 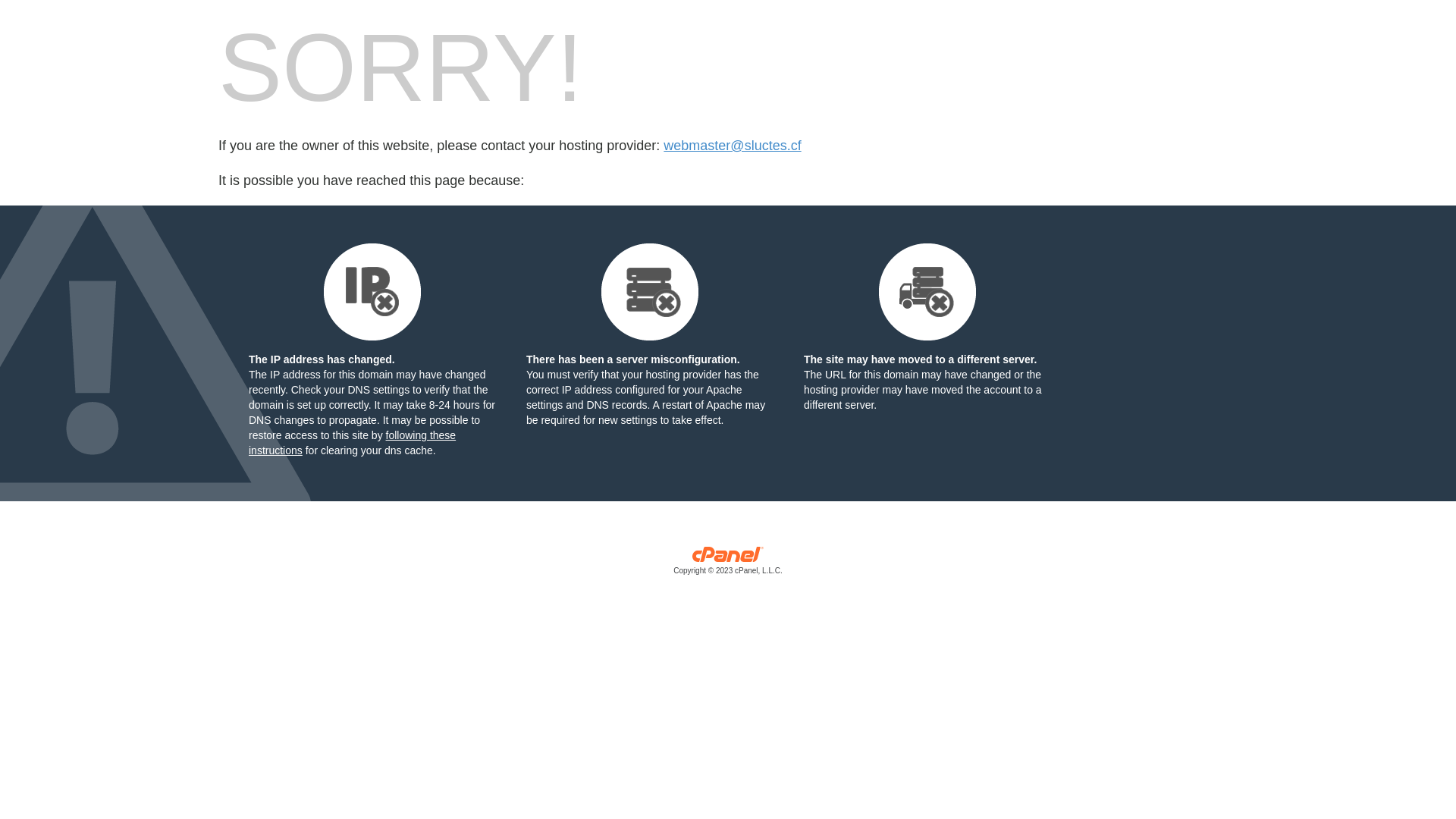 What do you see at coordinates (351, 442) in the screenshot?
I see `'following these instructions'` at bounding box center [351, 442].